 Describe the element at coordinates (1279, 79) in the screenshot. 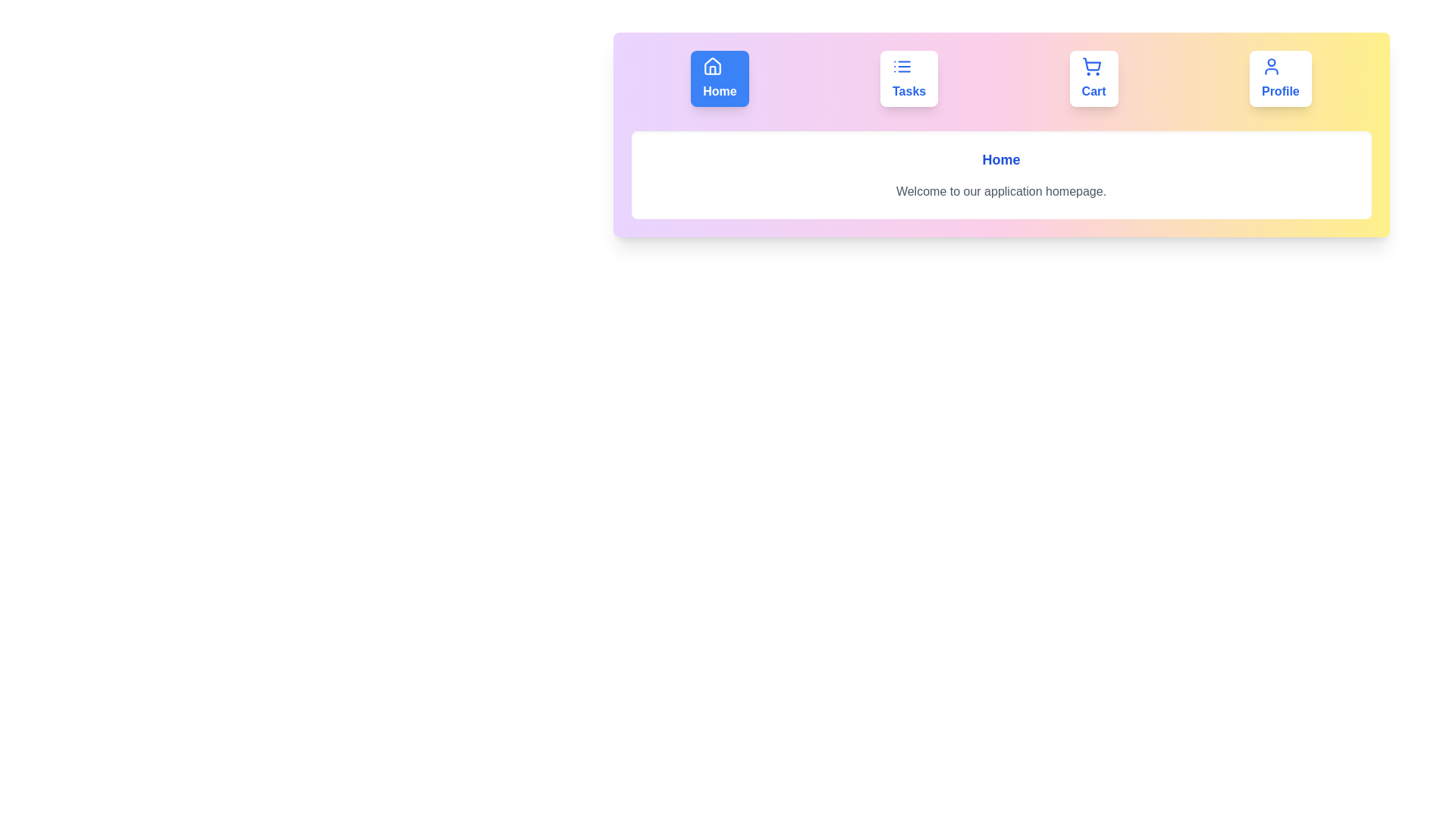

I see `the button labeled Profile to observe its animation` at that location.